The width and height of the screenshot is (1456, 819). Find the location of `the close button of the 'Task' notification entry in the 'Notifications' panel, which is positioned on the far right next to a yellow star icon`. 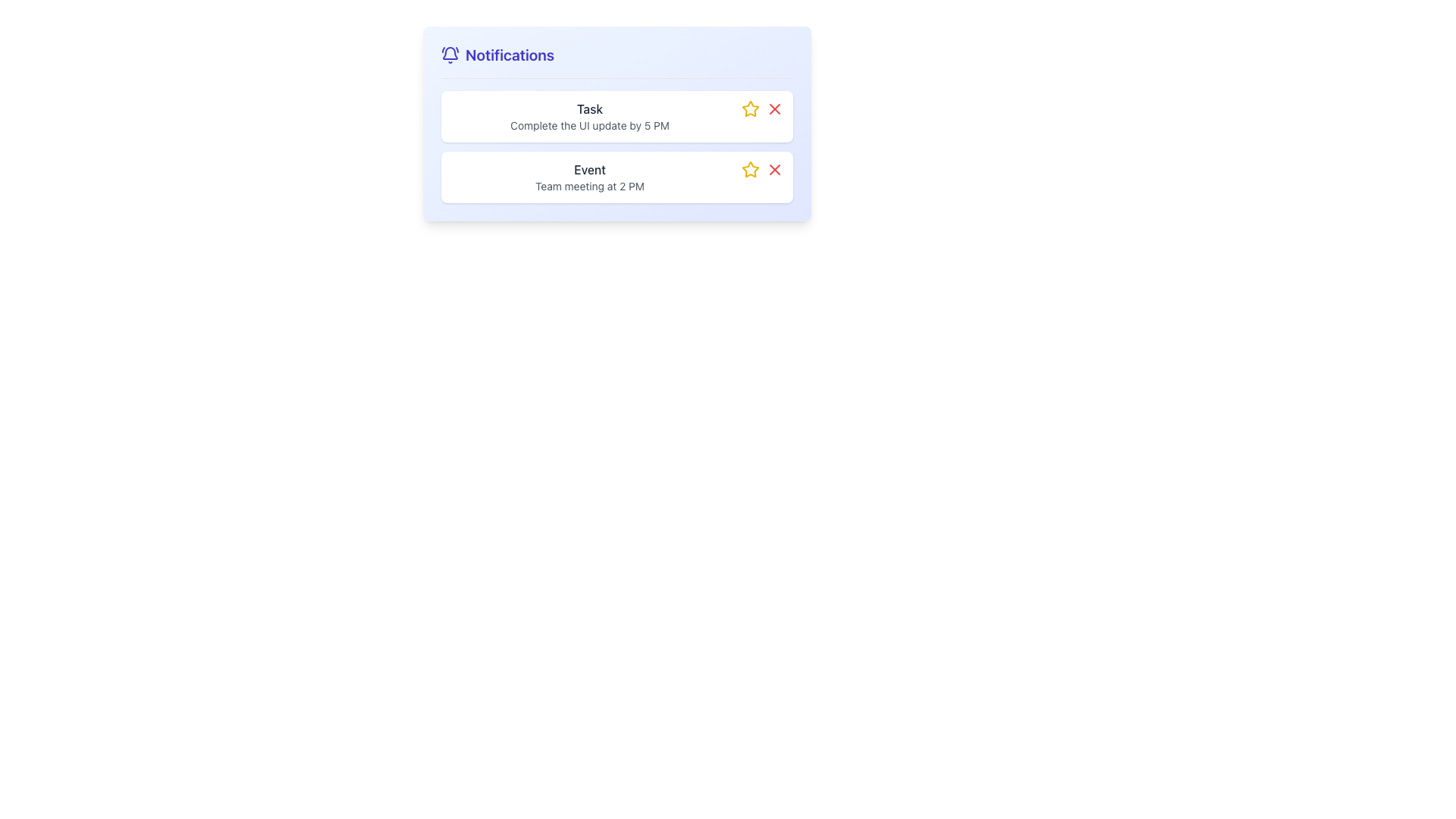

the close button of the 'Task' notification entry in the 'Notifications' panel, which is positioned on the far right next to a yellow star icon is located at coordinates (775, 108).